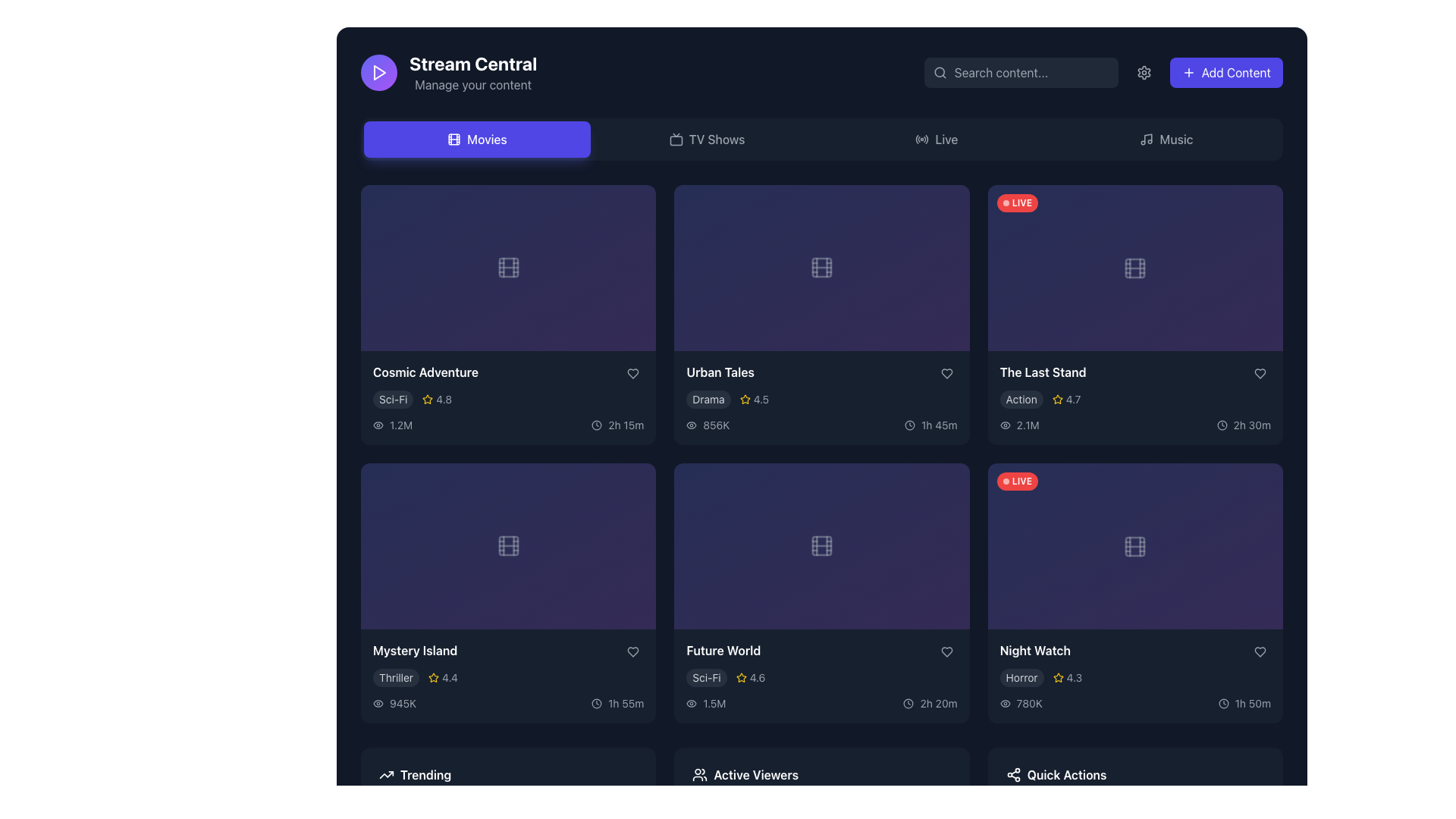 Image resolution: width=1456 pixels, height=819 pixels. What do you see at coordinates (479, 604) in the screenshot?
I see `the 'Play' button located in the center of the preview card titled 'Mystery Island'` at bounding box center [479, 604].